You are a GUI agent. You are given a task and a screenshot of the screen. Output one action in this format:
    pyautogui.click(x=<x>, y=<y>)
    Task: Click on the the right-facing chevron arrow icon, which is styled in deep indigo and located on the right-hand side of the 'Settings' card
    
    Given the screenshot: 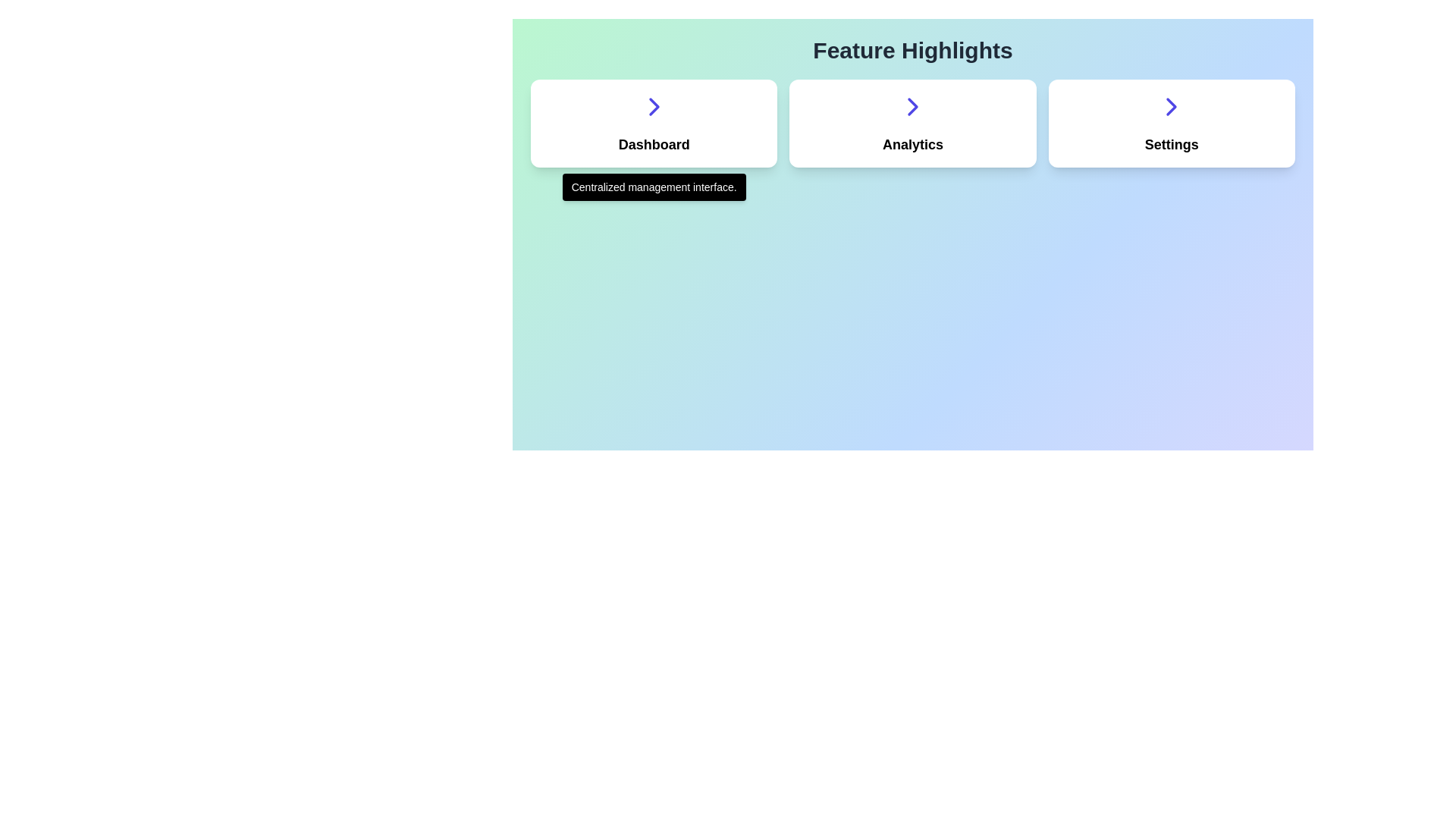 What is the action you would take?
    pyautogui.click(x=1171, y=106)
    